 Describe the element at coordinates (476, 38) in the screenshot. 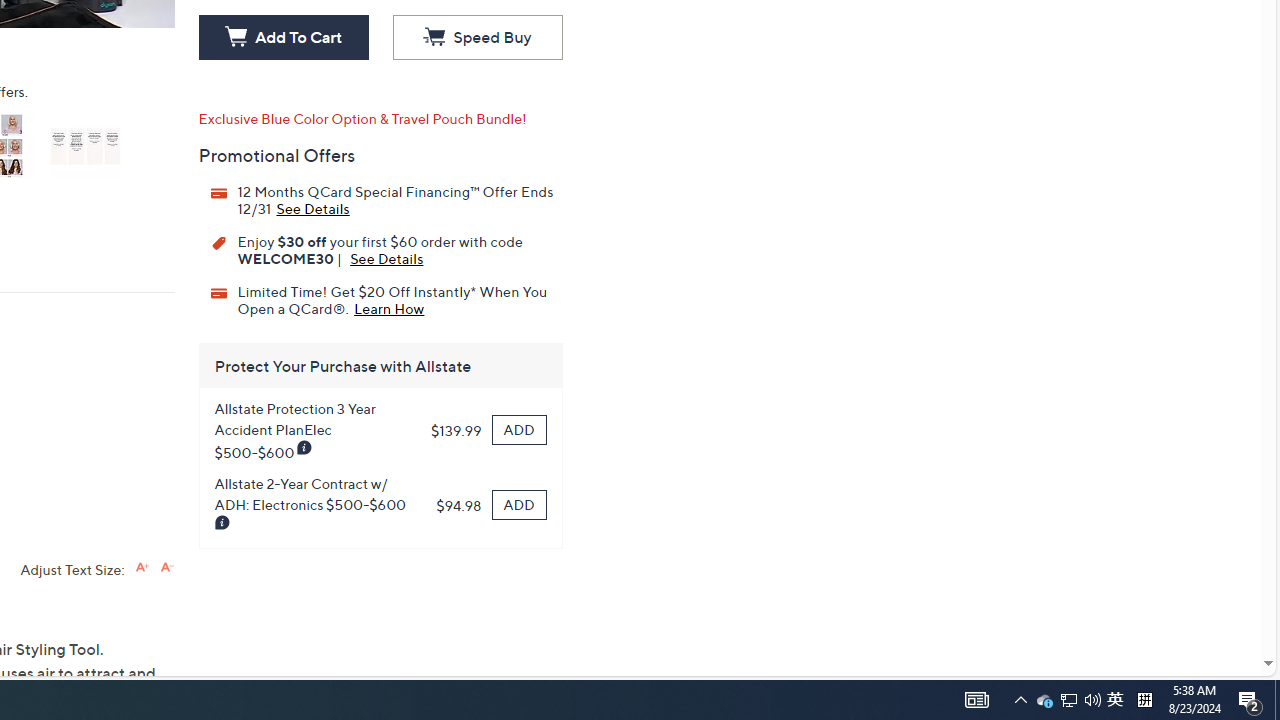

I see `'Speed Buy'` at that location.